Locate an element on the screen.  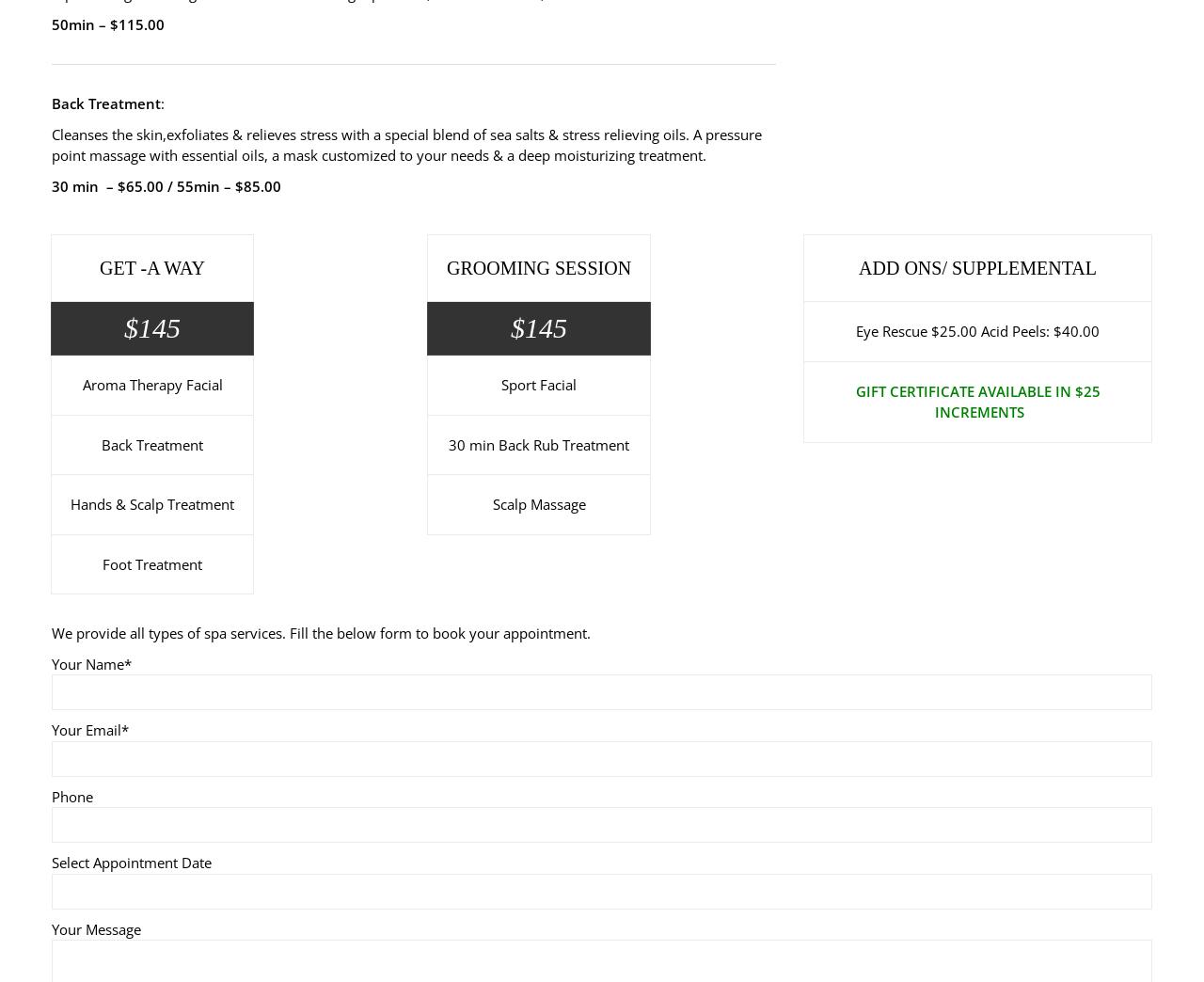
'Back Treatment' is located at coordinates (105, 103).